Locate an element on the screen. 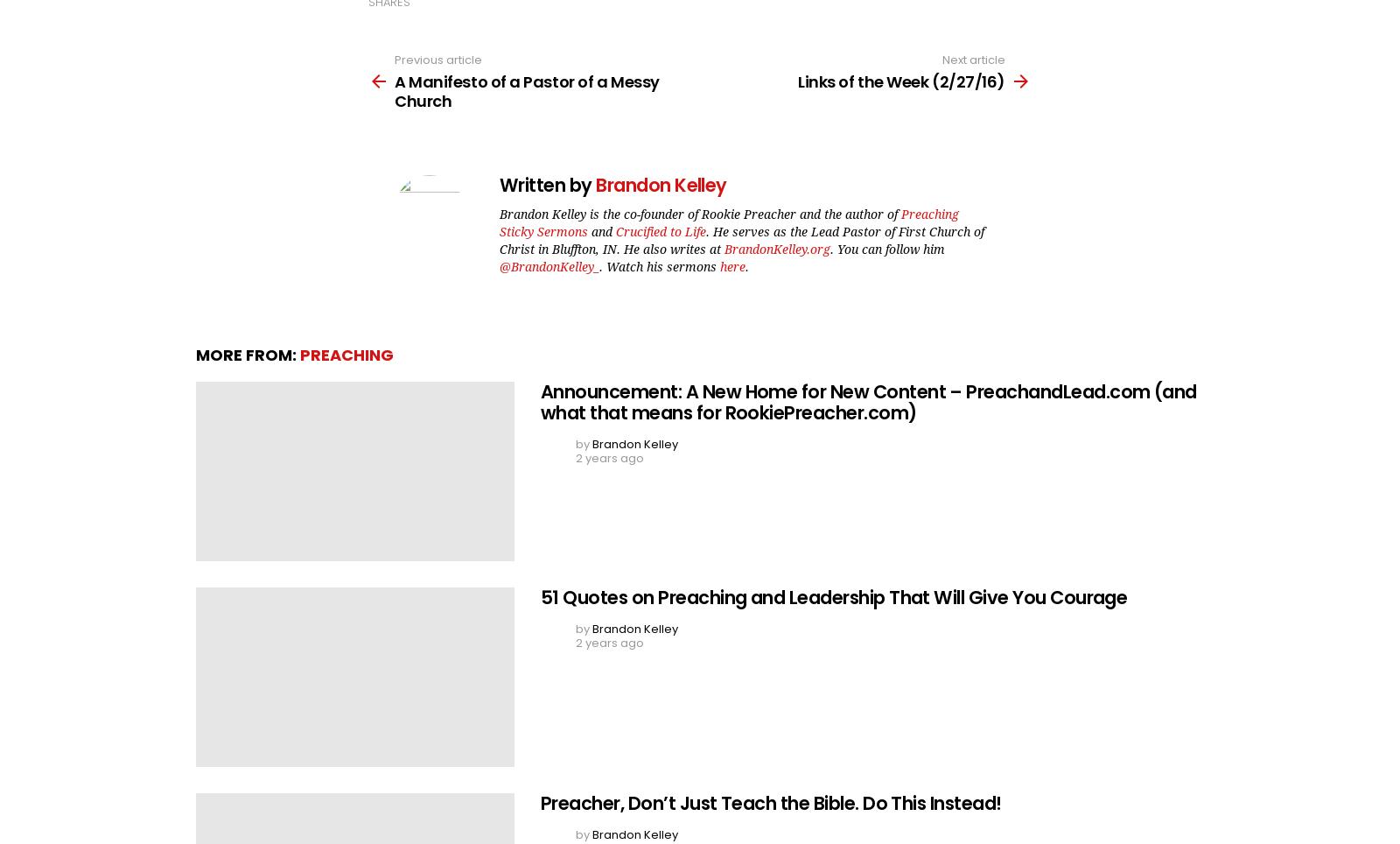  '. You can follow him' is located at coordinates (887, 248).